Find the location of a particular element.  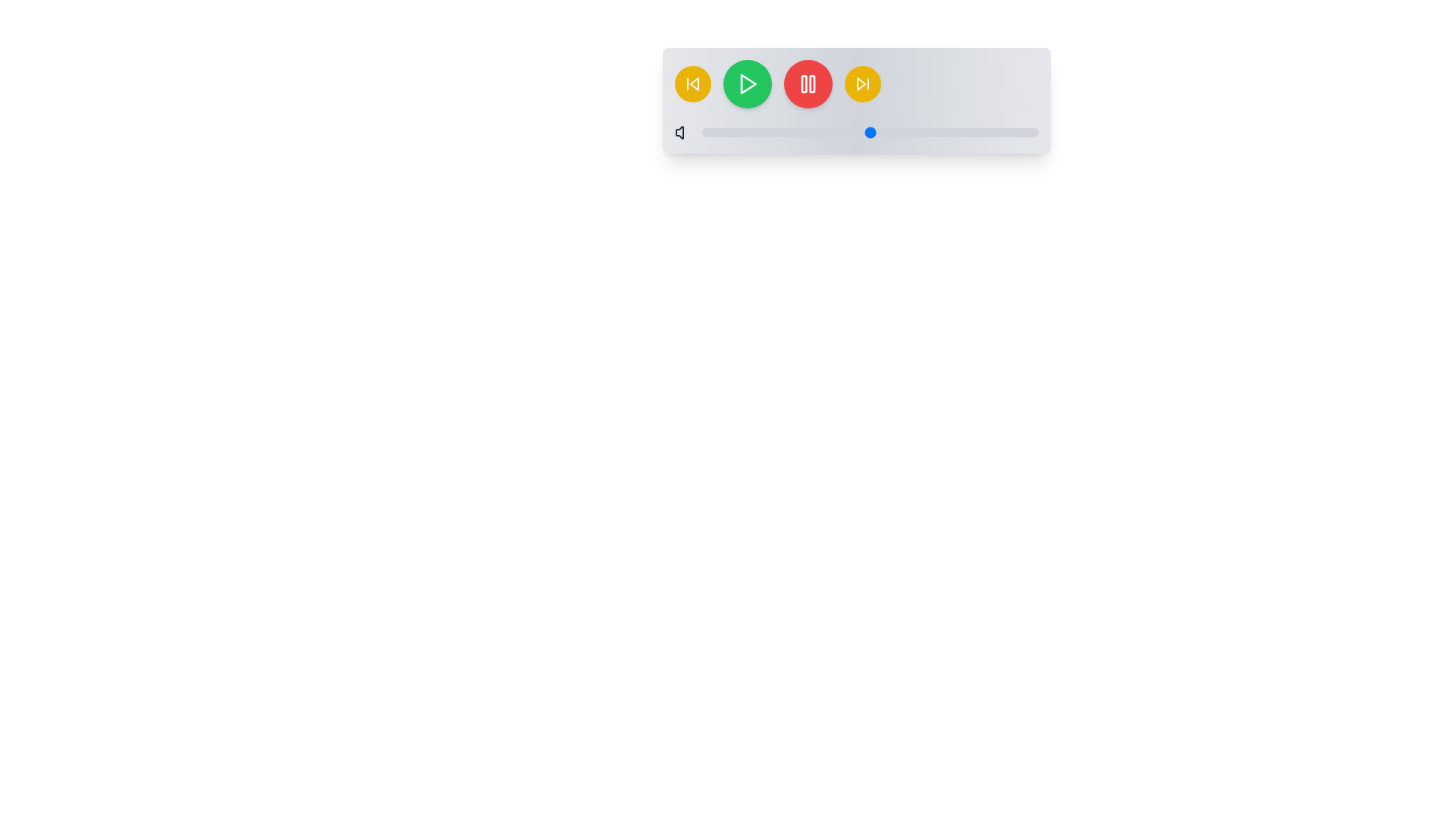

the slider is located at coordinates (974, 131).